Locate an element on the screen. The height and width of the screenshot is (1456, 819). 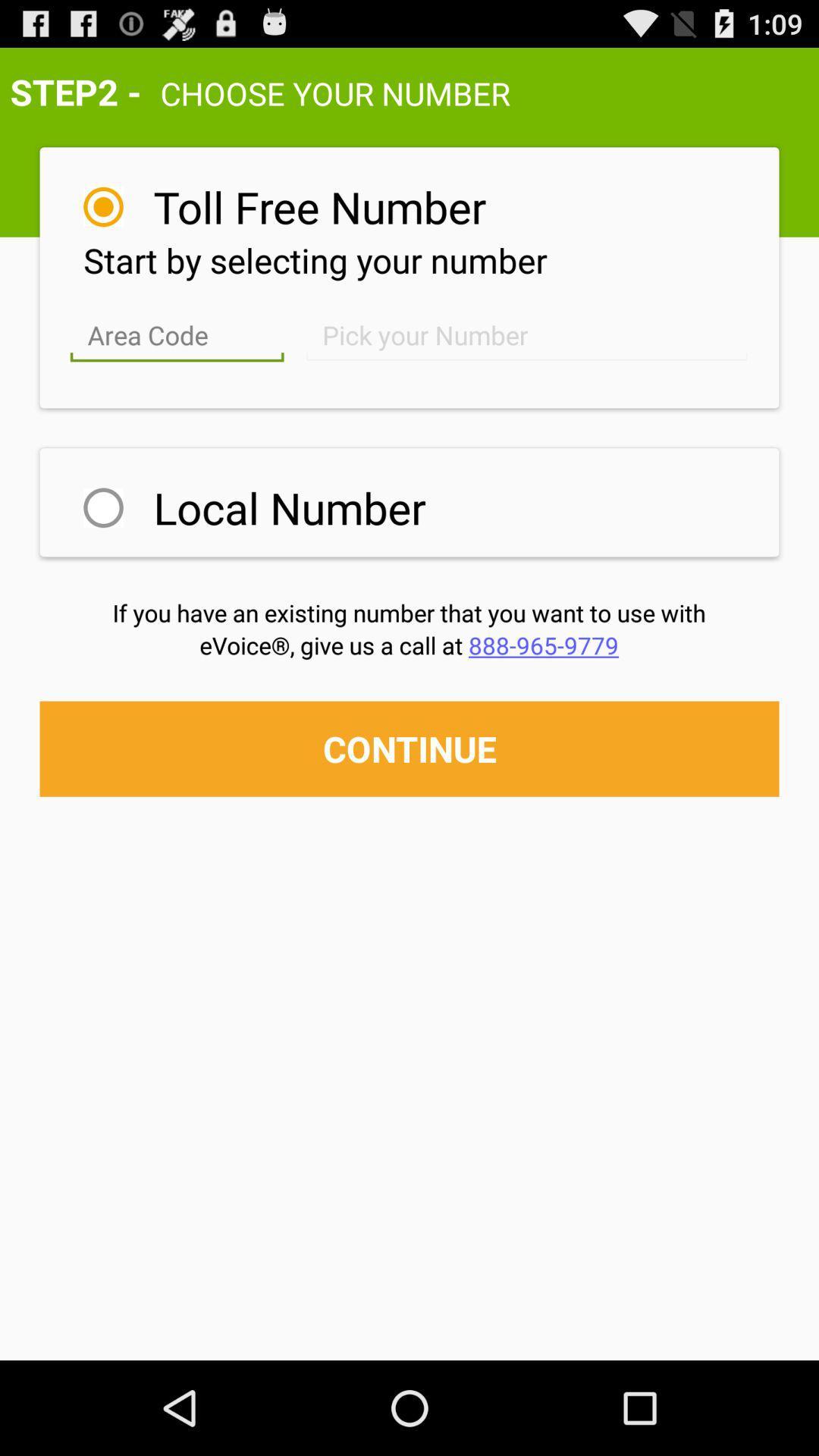
the item below the evoice give us is located at coordinates (409, 748).